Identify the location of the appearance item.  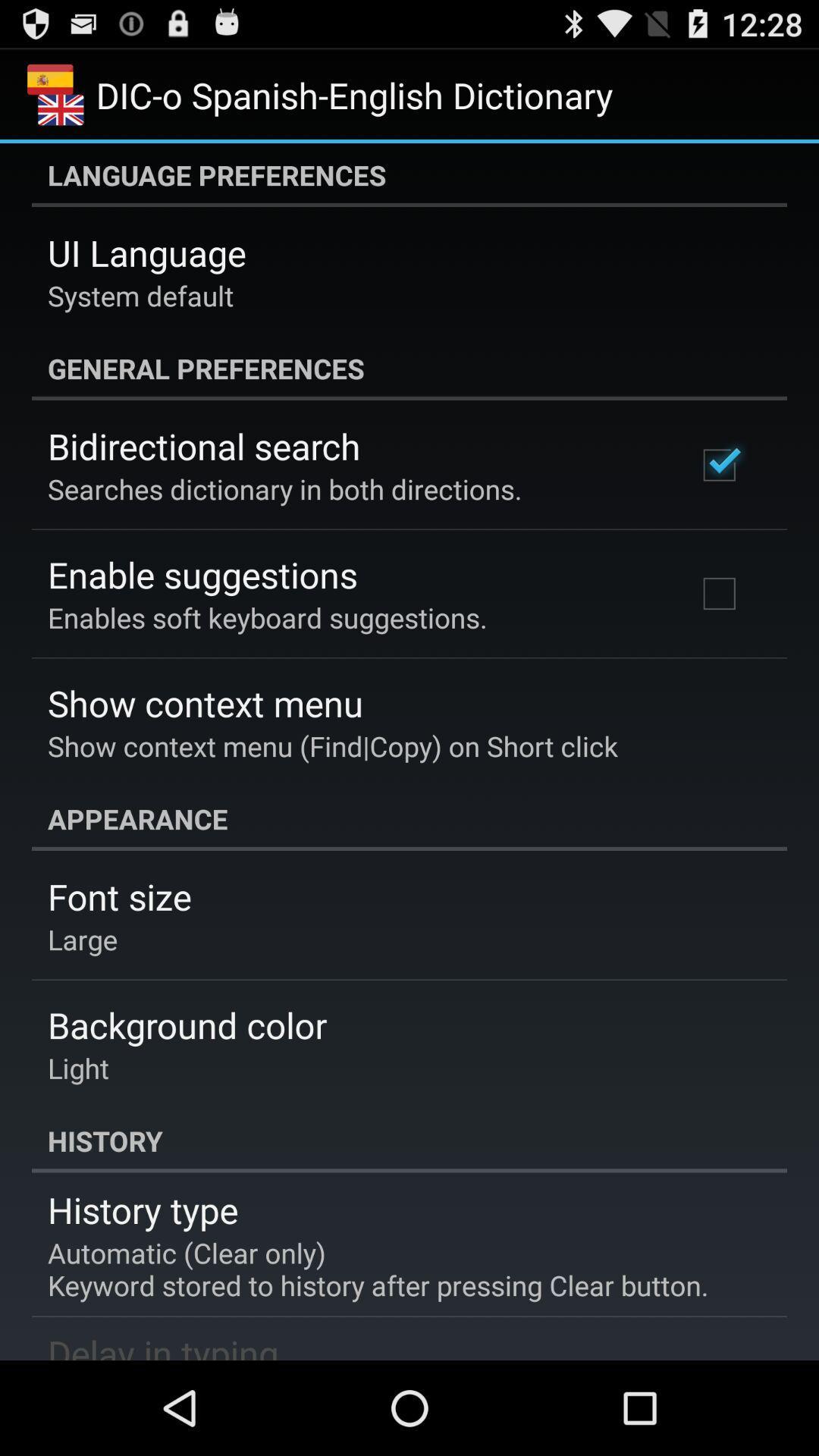
(409, 818).